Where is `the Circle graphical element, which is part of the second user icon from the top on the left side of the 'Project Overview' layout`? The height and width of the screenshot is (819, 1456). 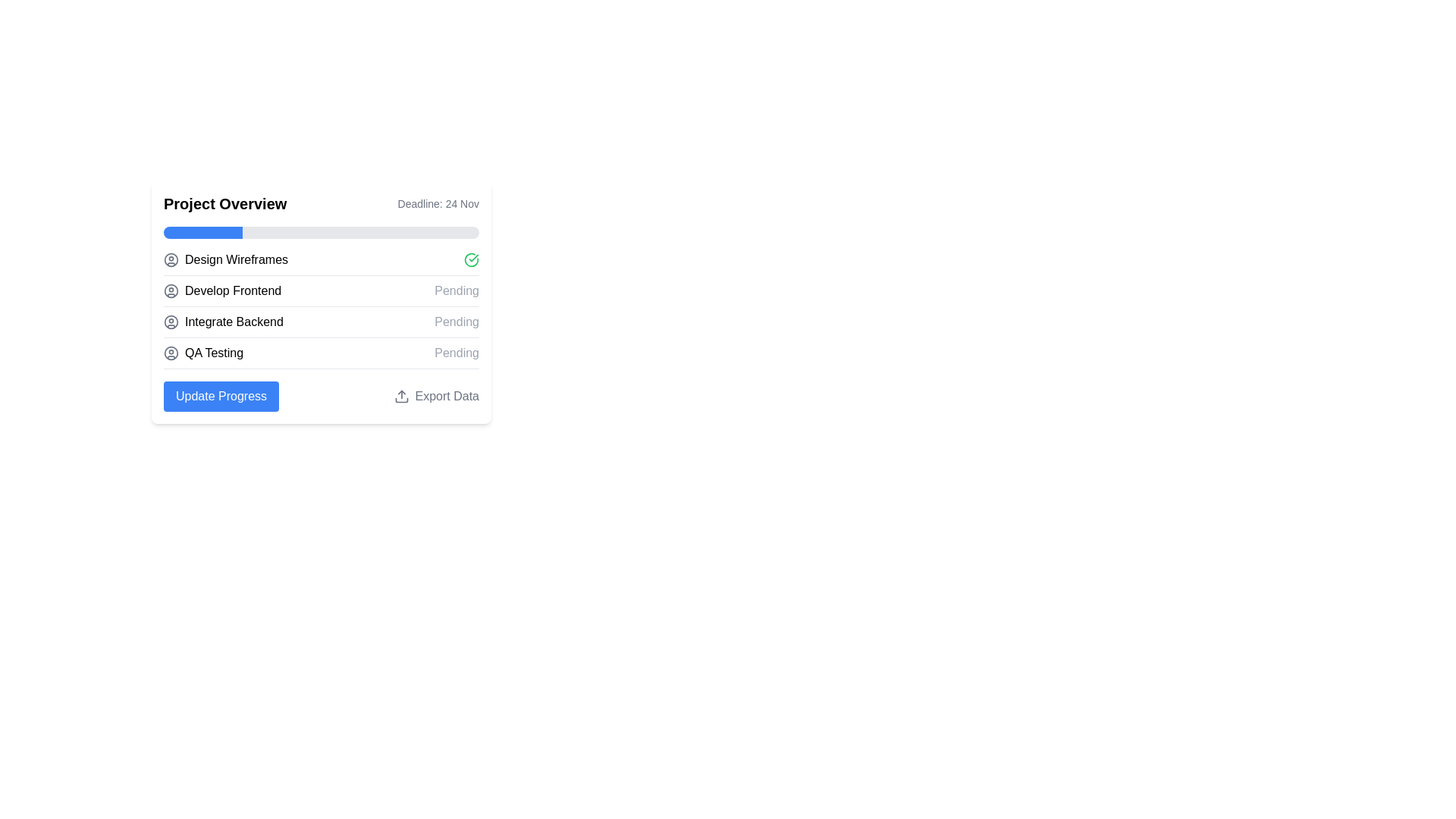 the Circle graphical element, which is part of the second user icon from the top on the left side of the 'Project Overview' layout is located at coordinates (171, 353).